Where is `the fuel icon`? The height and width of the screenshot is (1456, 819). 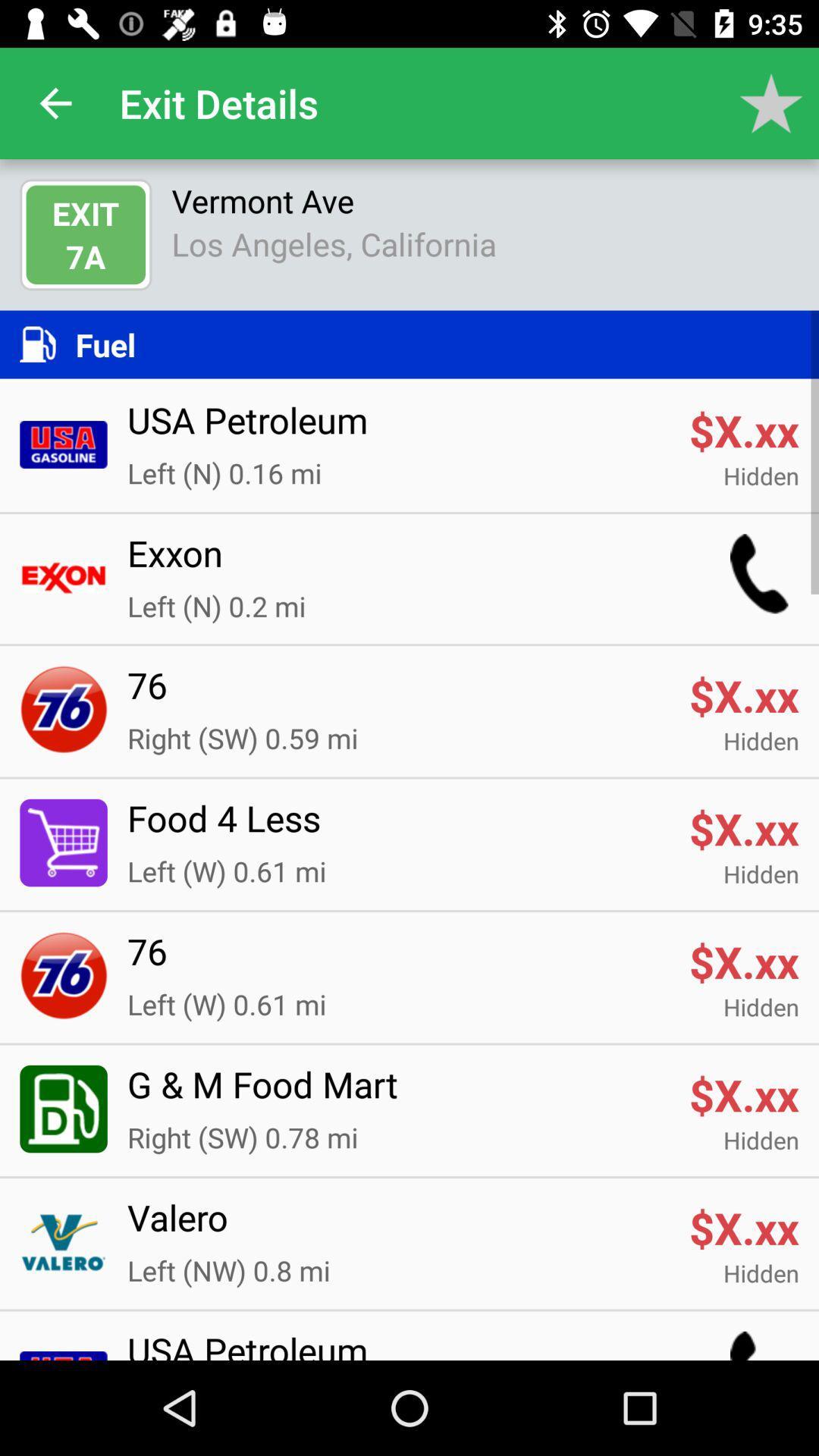
the fuel icon is located at coordinates (437, 344).